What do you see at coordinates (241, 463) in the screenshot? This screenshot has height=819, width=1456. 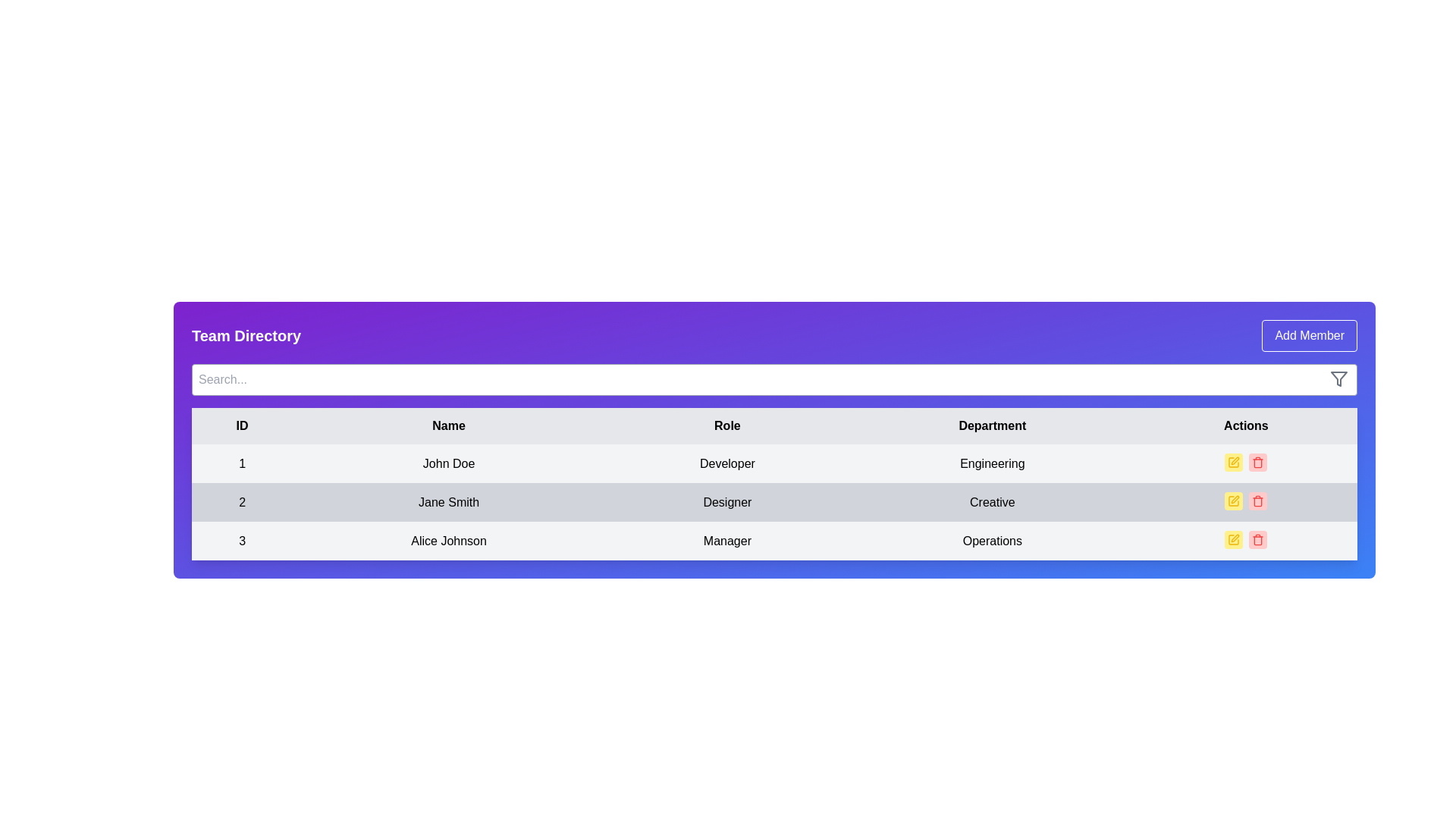 I see `the bold text displaying '1' in the first row of the table under the 'ID' column` at bounding box center [241, 463].